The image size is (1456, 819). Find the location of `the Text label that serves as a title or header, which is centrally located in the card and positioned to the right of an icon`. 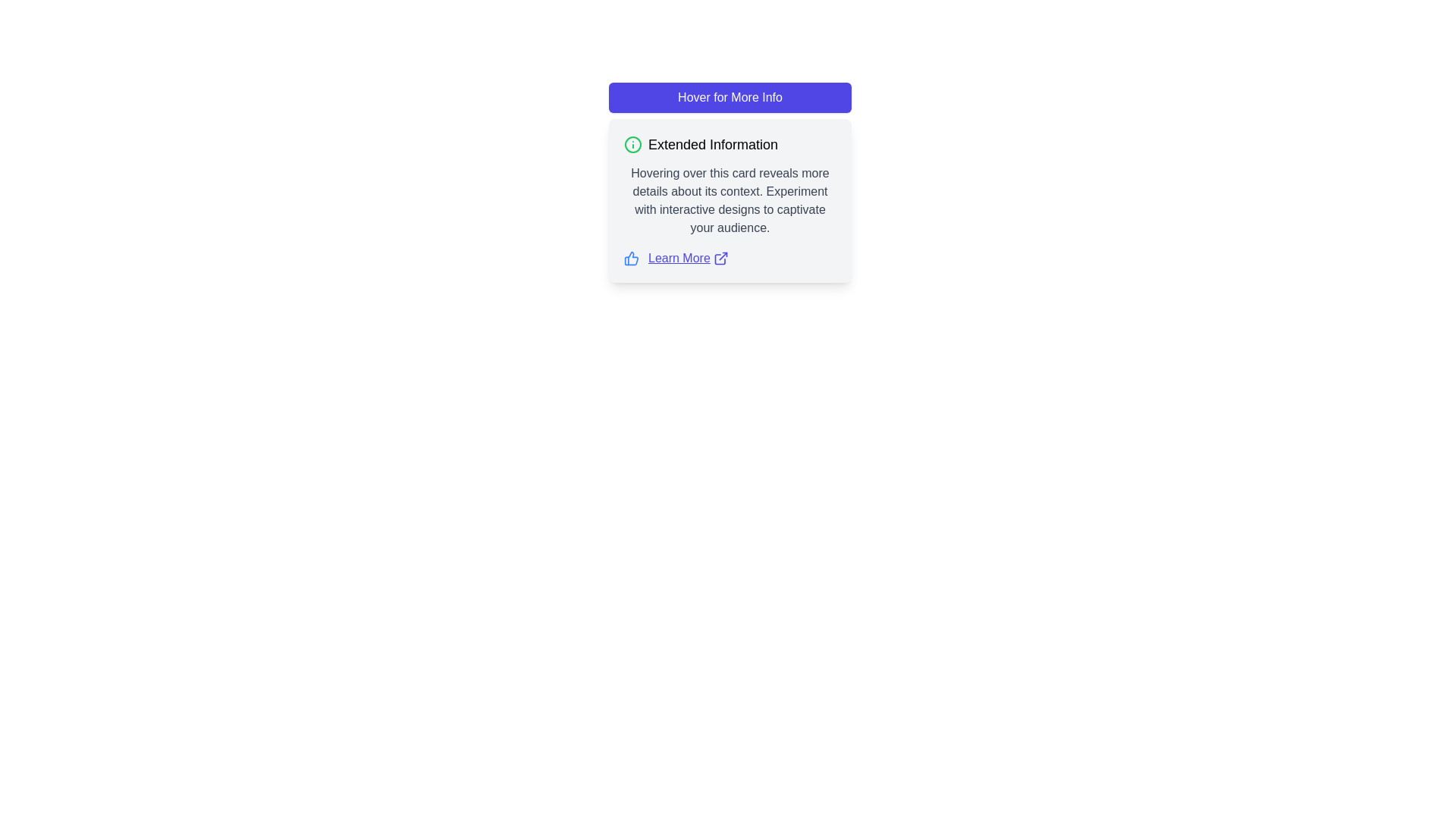

the Text label that serves as a title or header, which is centrally located in the card and positioned to the right of an icon is located at coordinates (712, 145).